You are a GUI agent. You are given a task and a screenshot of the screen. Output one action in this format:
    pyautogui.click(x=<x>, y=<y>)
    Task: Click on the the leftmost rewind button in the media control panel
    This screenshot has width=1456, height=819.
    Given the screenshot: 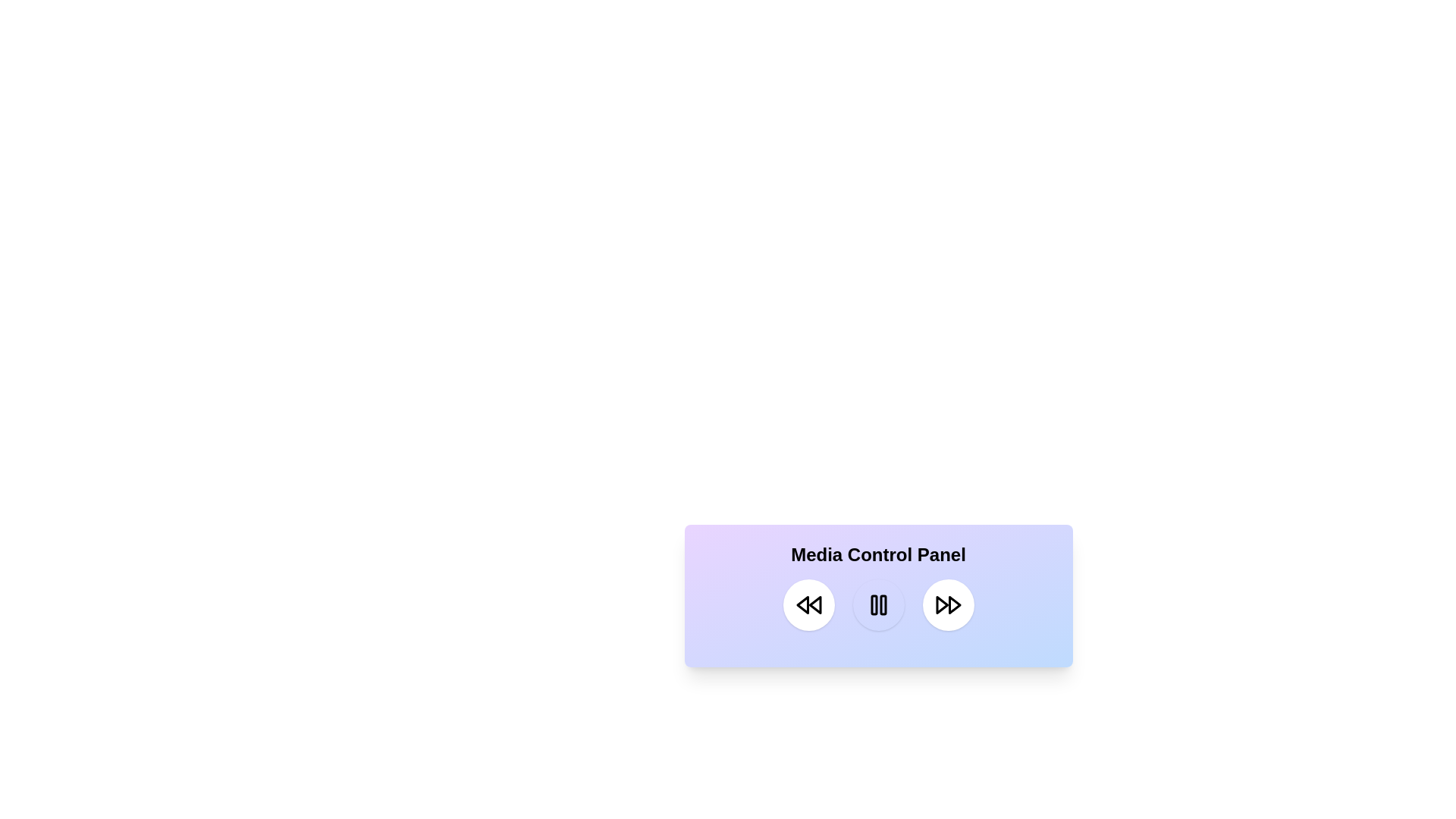 What is the action you would take?
    pyautogui.click(x=802, y=604)
    